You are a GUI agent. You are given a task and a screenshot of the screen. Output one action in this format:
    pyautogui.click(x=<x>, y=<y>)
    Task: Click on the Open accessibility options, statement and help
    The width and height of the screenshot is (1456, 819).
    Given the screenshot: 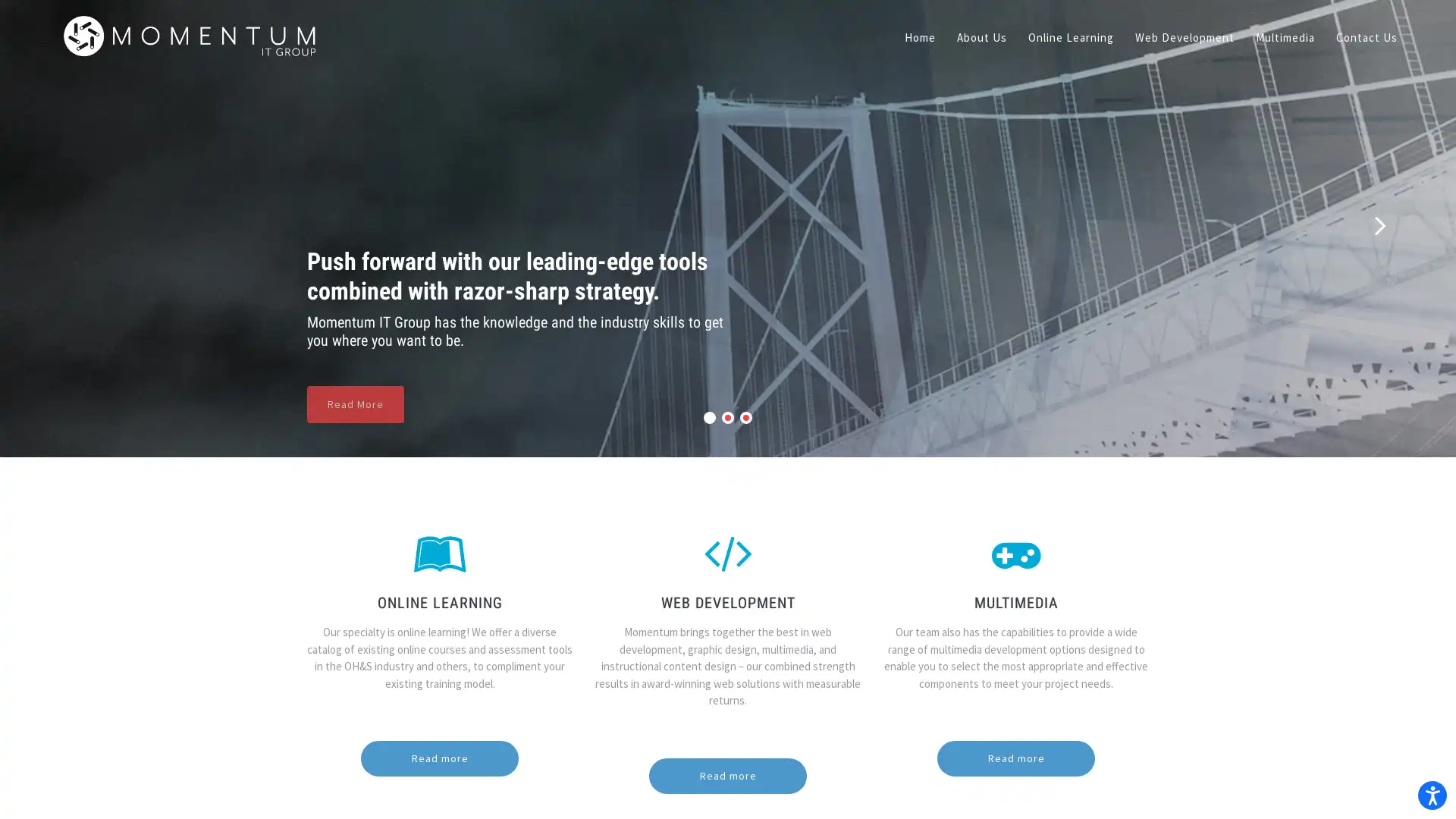 What is the action you would take?
    pyautogui.click(x=1423, y=786)
    